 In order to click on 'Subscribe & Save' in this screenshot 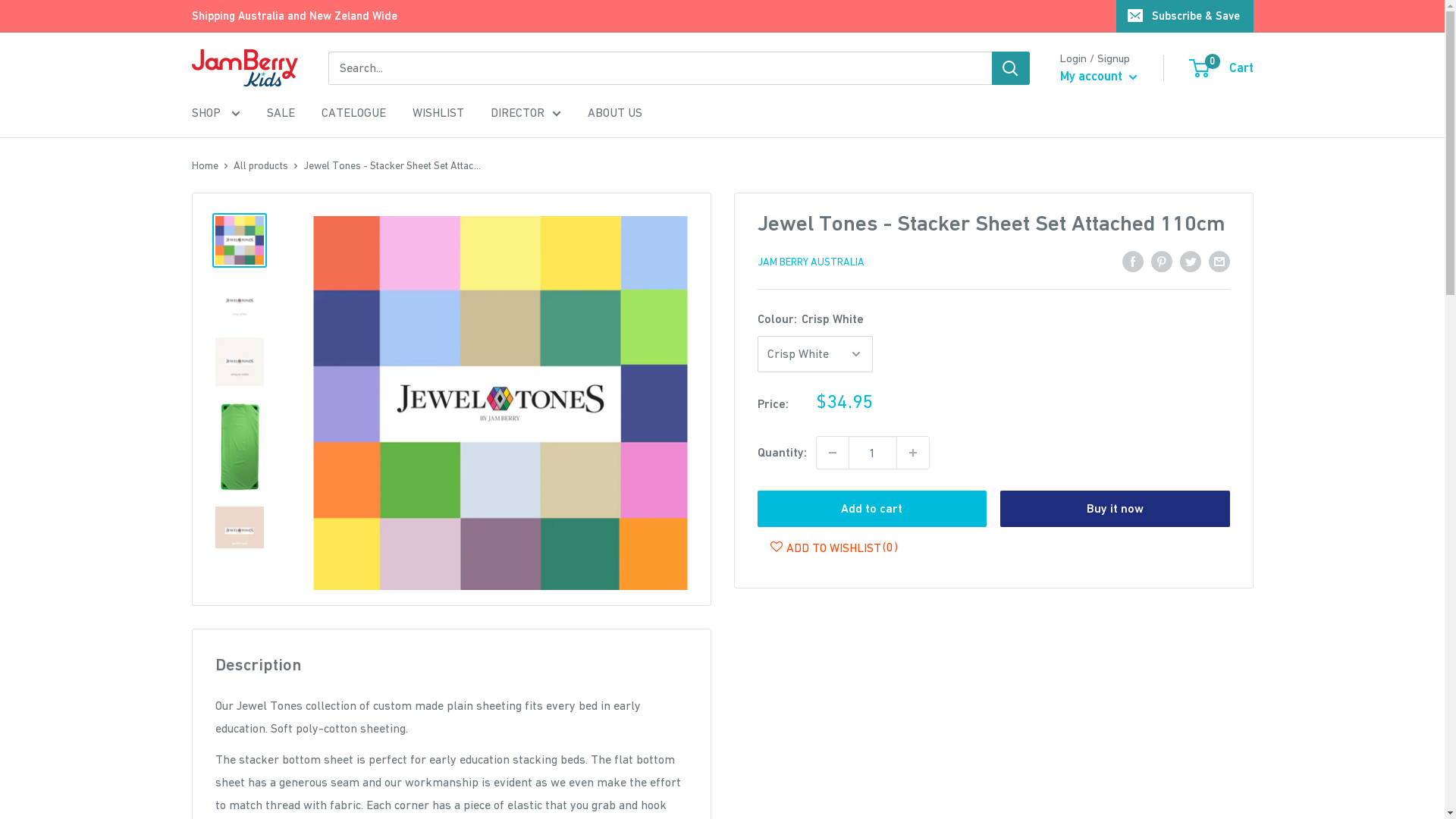, I will do `click(1116, 15)`.